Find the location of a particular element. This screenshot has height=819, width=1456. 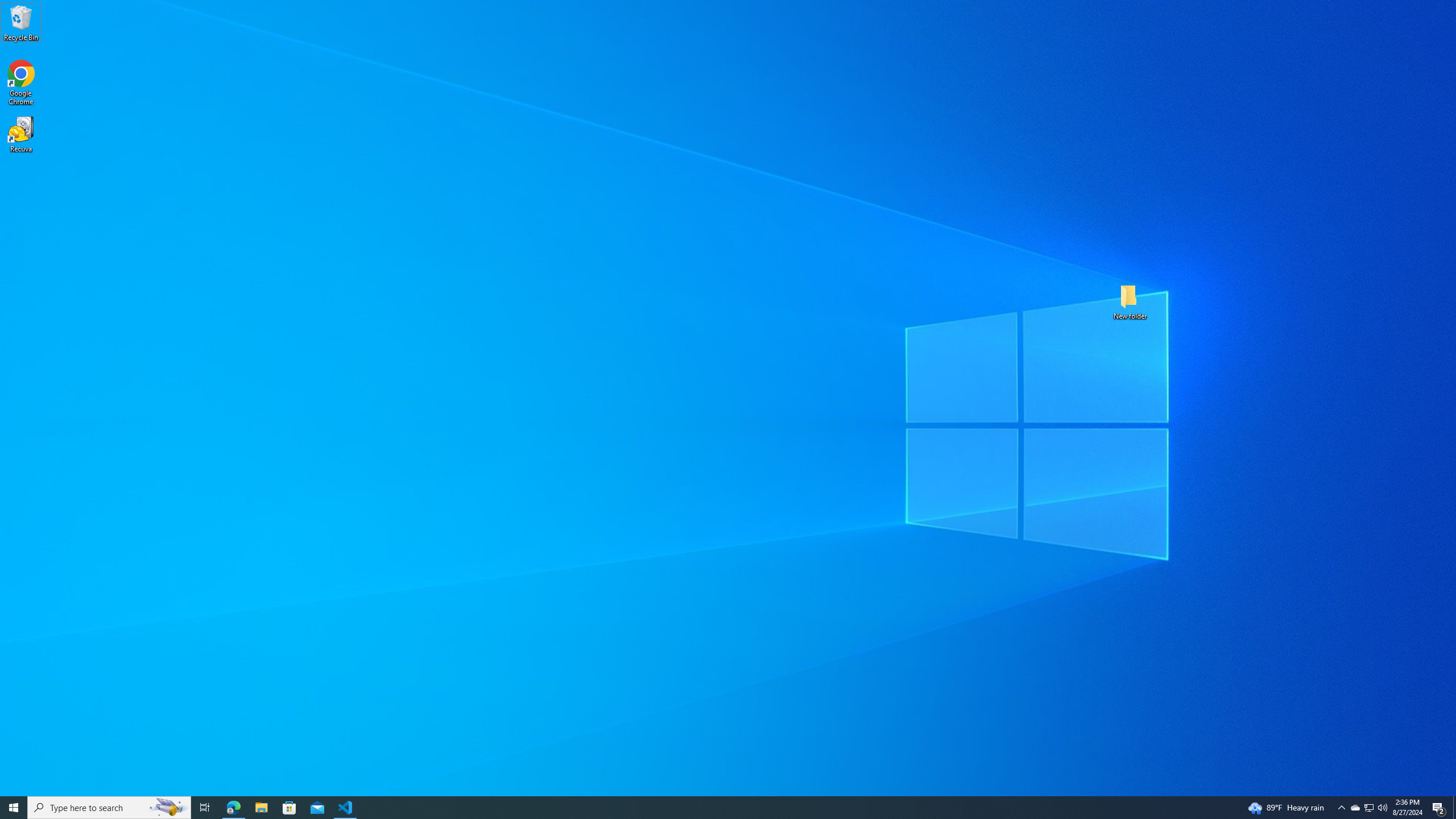

'Notification Chevron' is located at coordinates (1342, 806).